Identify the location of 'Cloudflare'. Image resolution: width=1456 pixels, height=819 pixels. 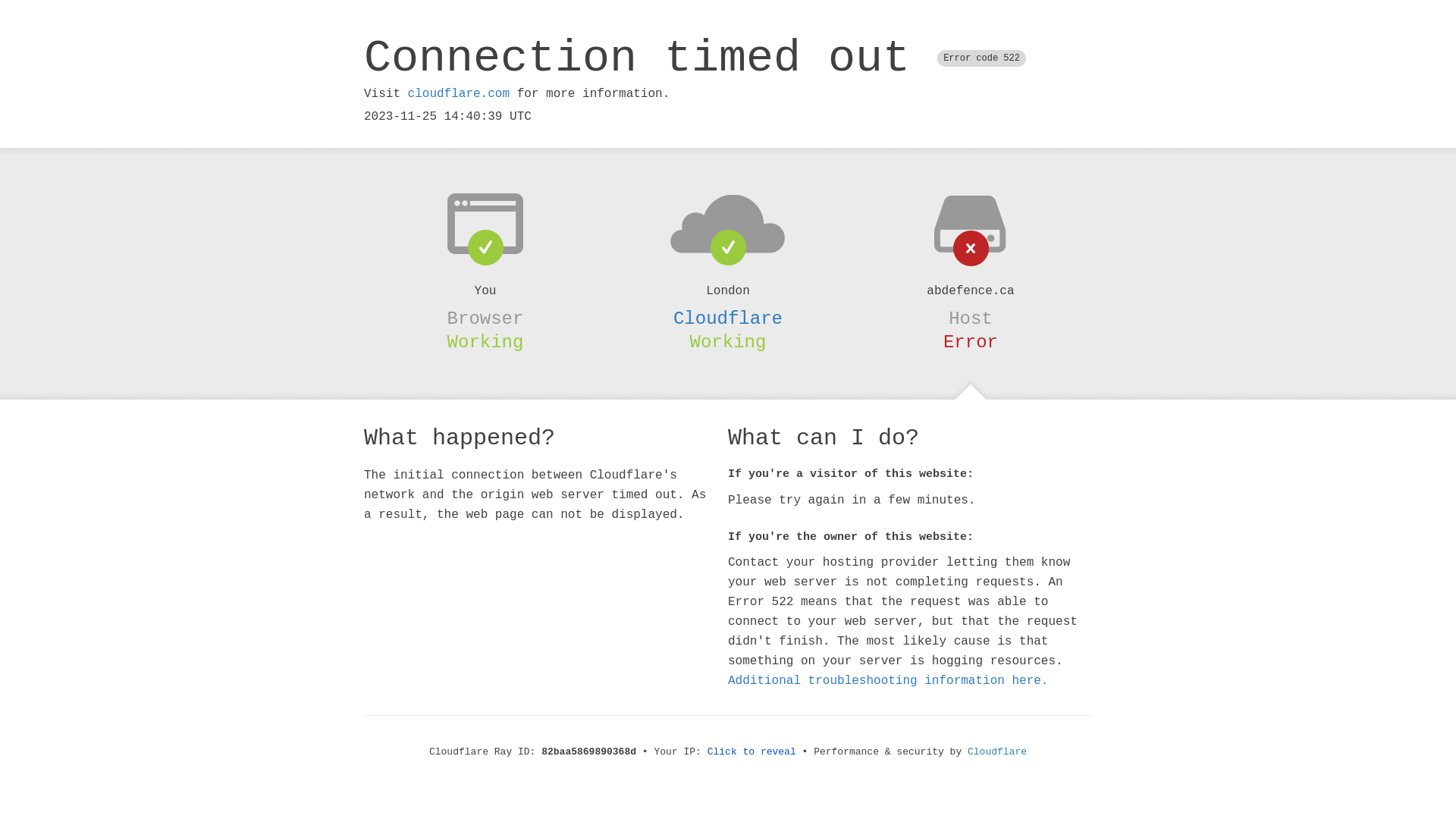
(728, 318).